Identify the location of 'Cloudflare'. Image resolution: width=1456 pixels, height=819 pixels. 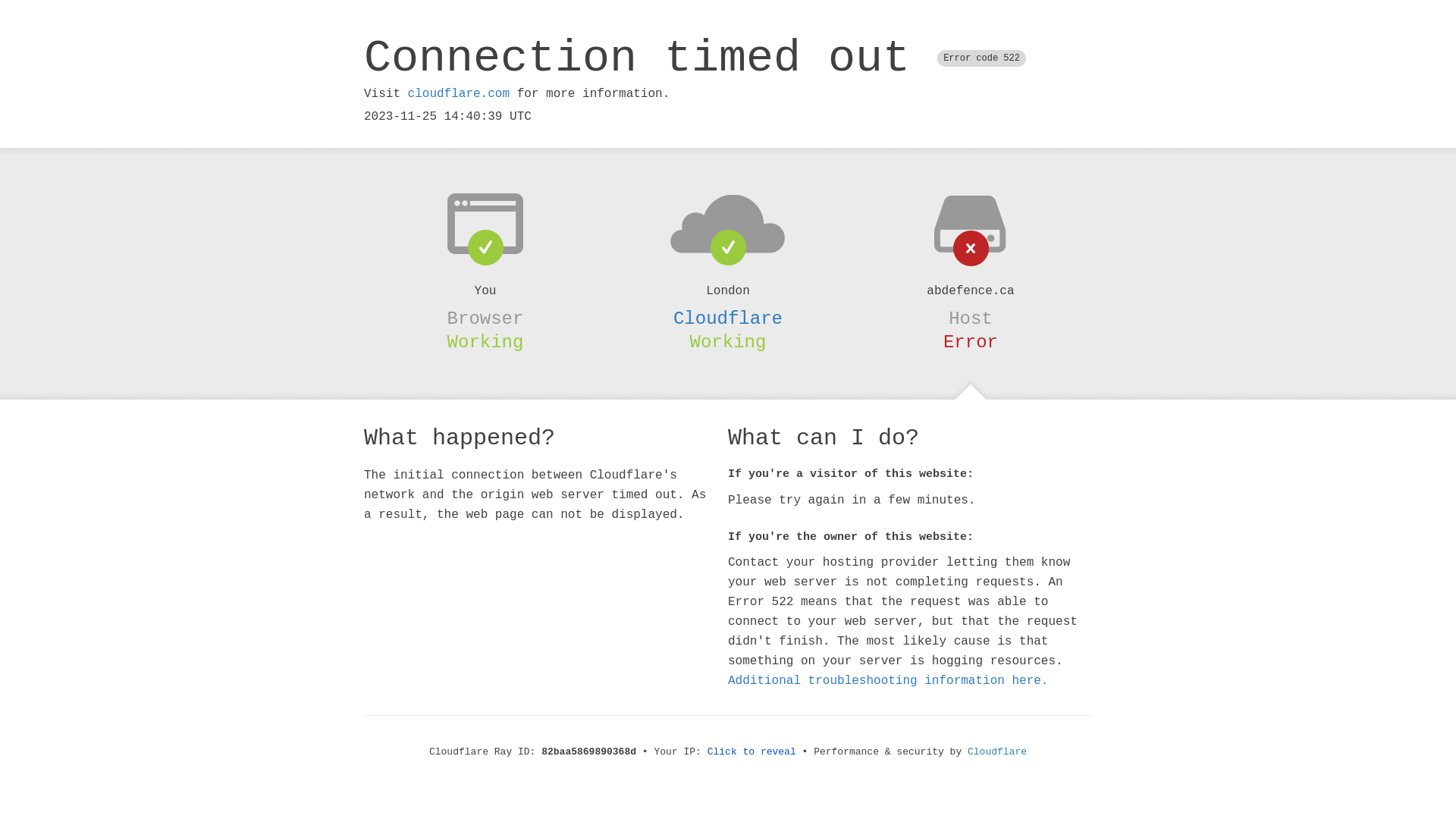
(728, 318).